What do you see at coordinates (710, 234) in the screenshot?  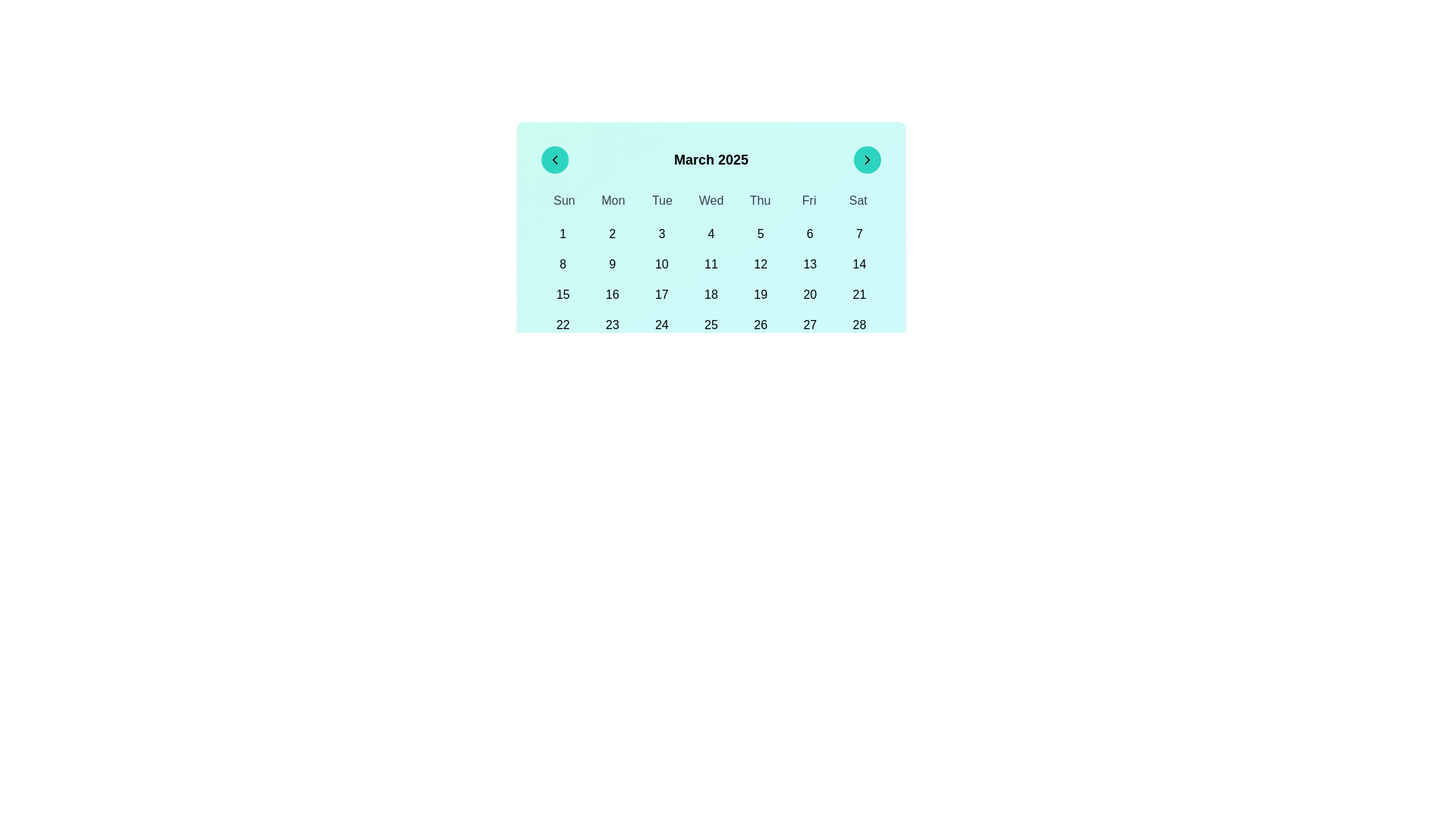 I see `the rounded button labeled '4' in the calendar grid under the header 'March 2025'` at bounding box center [710, 234].